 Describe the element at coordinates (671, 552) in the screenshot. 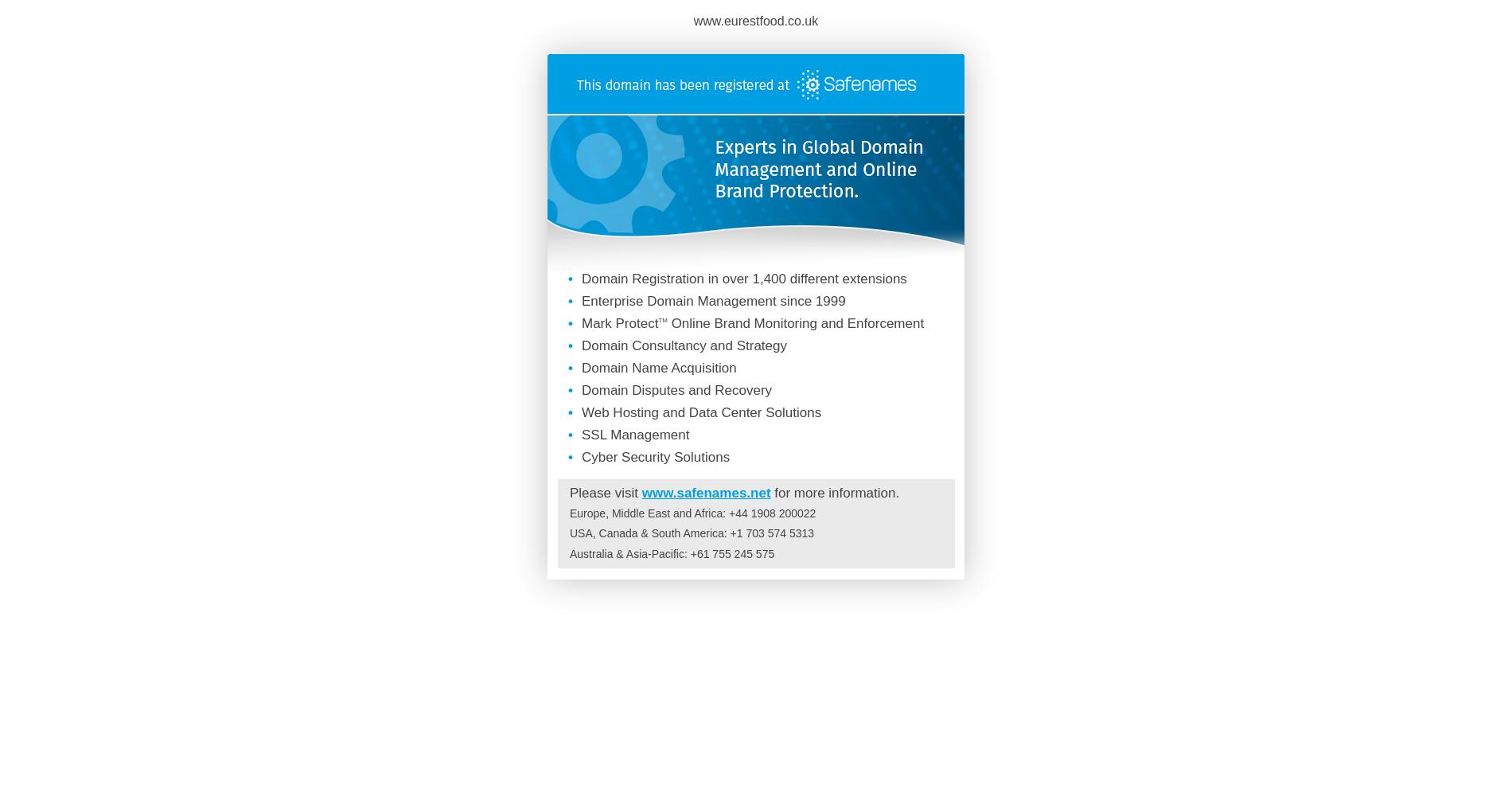

I see `'Australia & Asia-Pacific: +61 755 245 575'` at that location.